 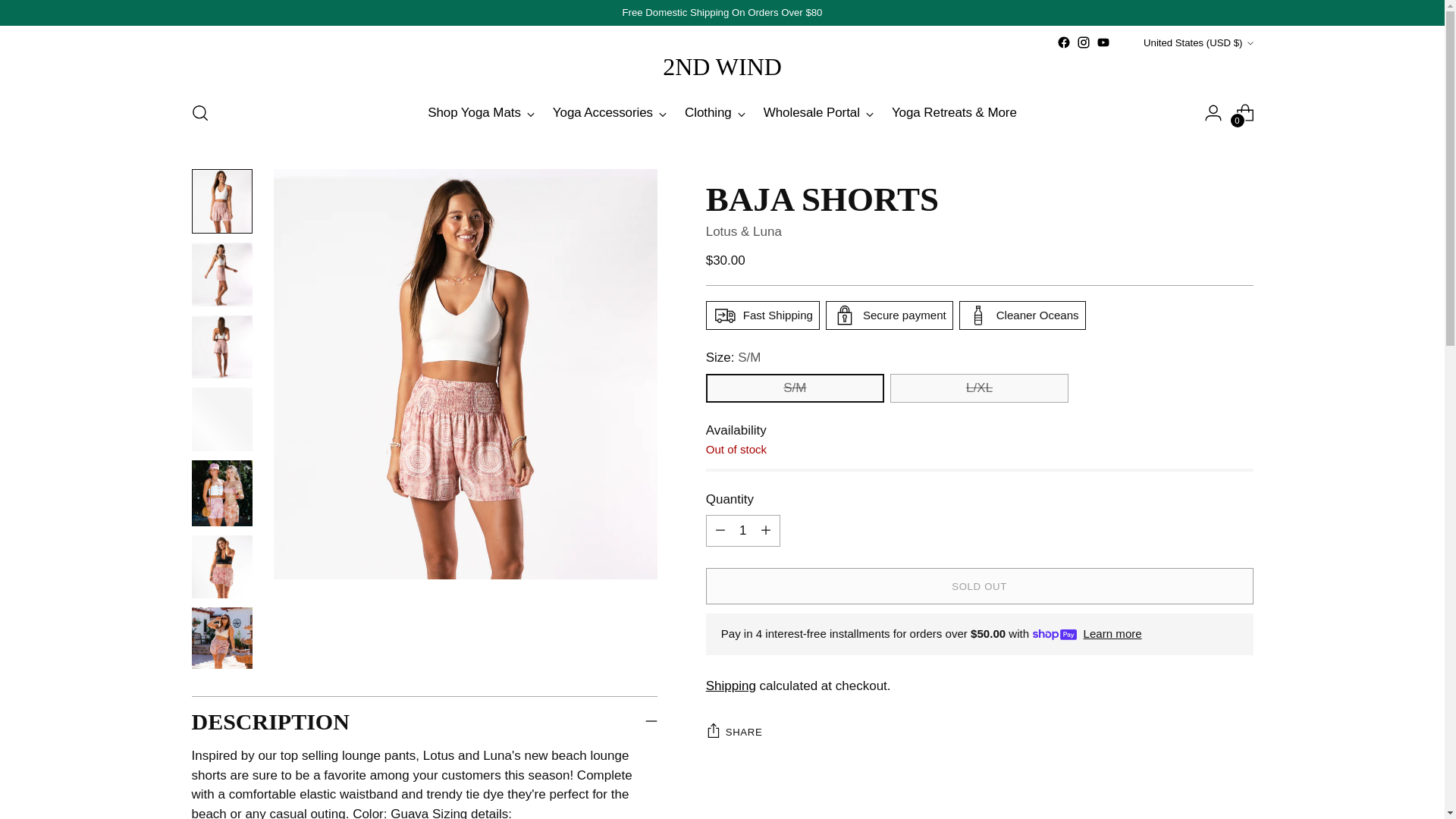 I want to click on 'Clothing', so click(x=714, y=112).